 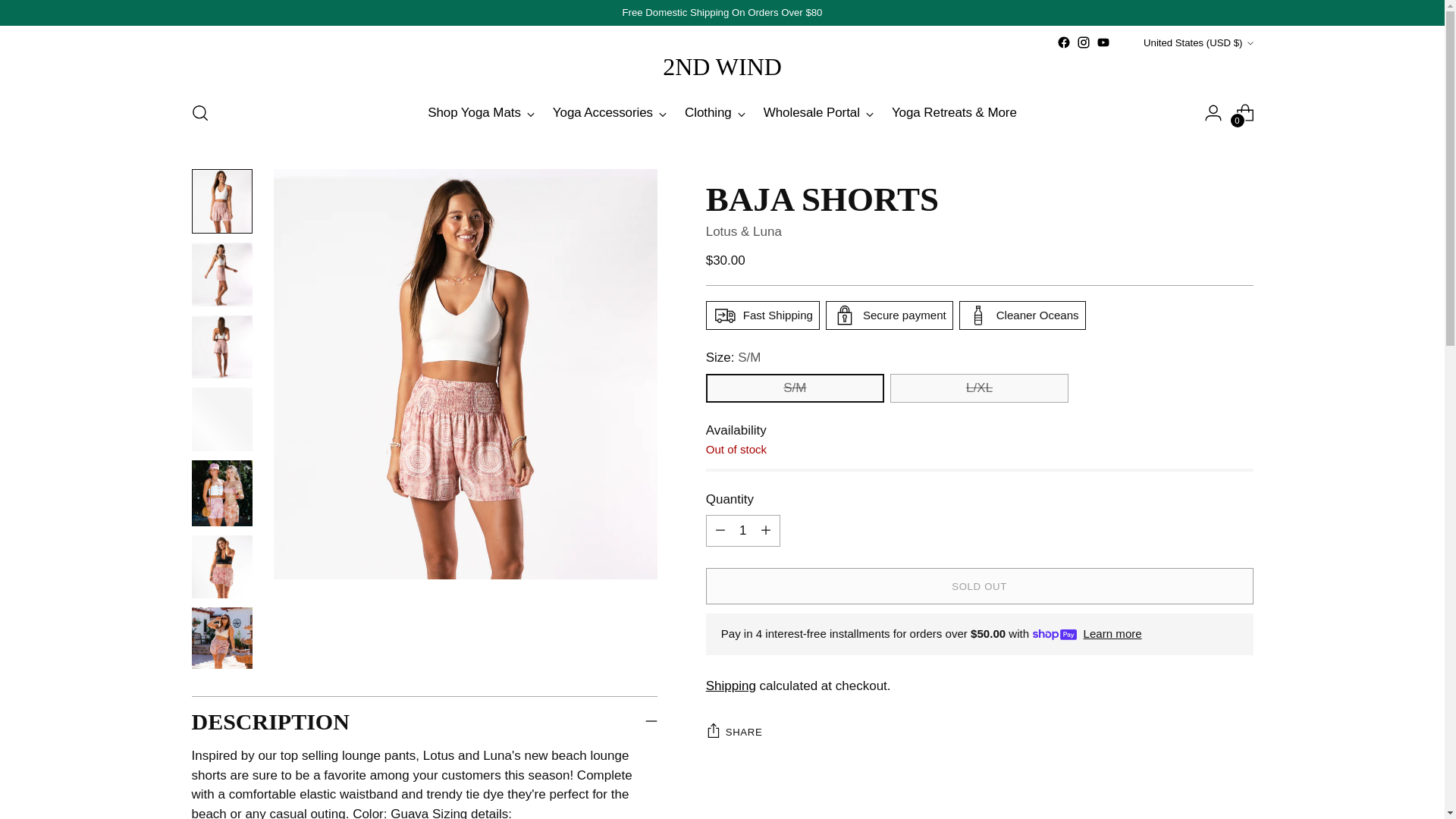 I want to click on 'Clothing', so click(x=714, y=112).